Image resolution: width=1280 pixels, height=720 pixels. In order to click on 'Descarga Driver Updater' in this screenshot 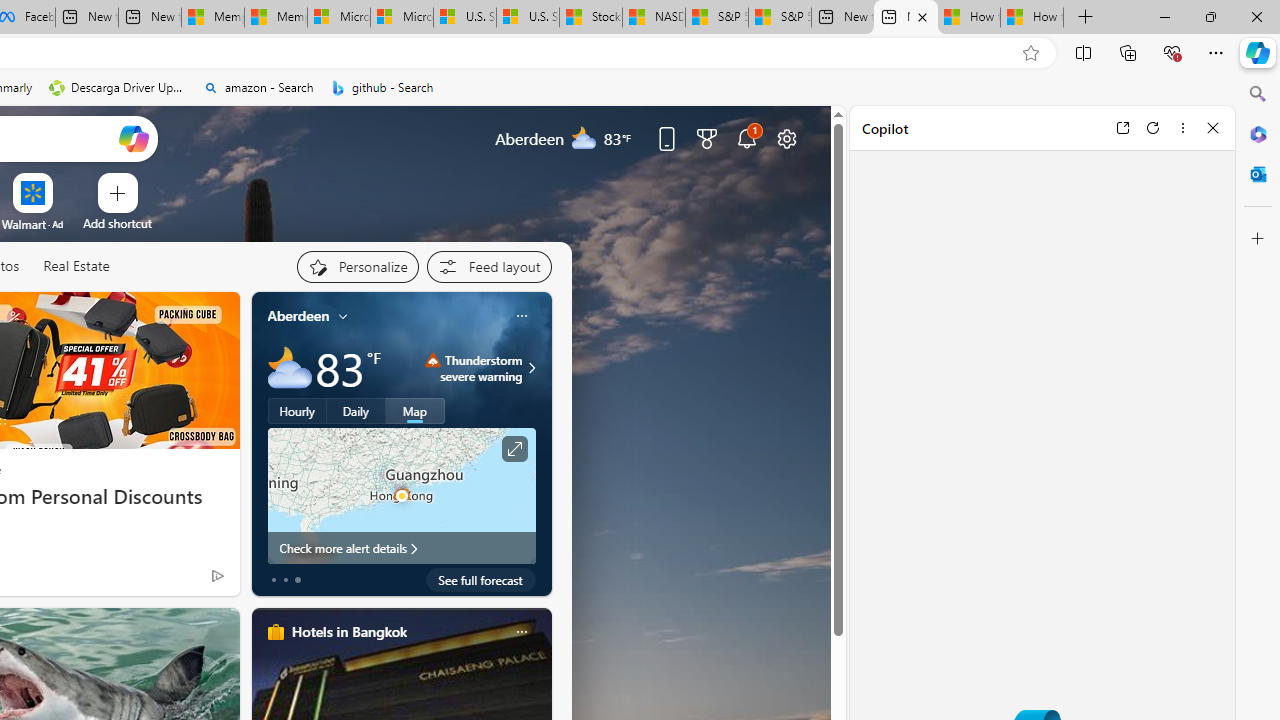, I will do `click(117, 87)`.